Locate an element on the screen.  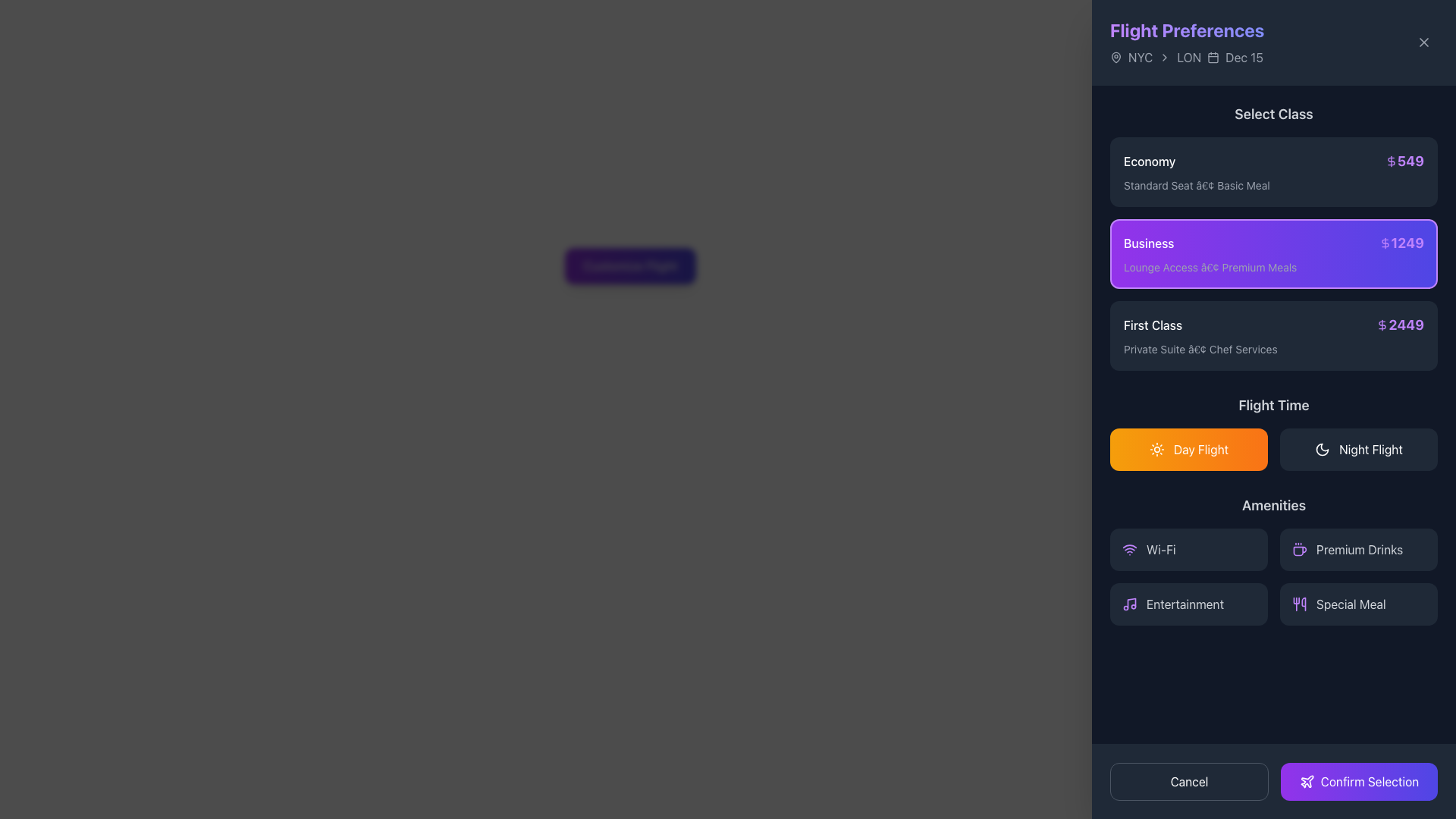
the 'Day Flight' button is located at coordinates (1188, 449).